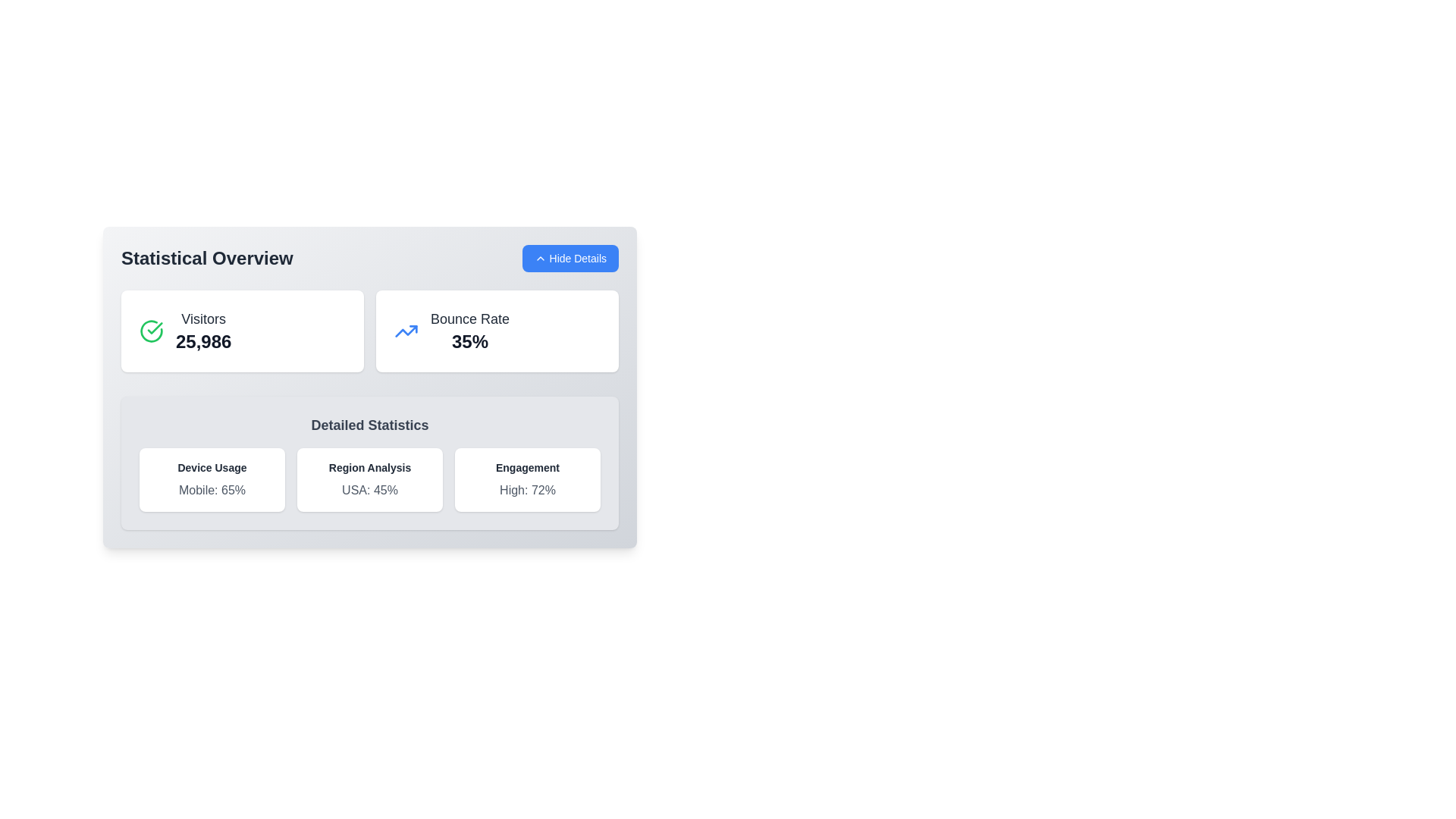 This screenshot has width=1456, height=819. I want to click on the icon located at the left side of the 'Hide Details' button in the top-right corner of the visible card, so click(540, 257).